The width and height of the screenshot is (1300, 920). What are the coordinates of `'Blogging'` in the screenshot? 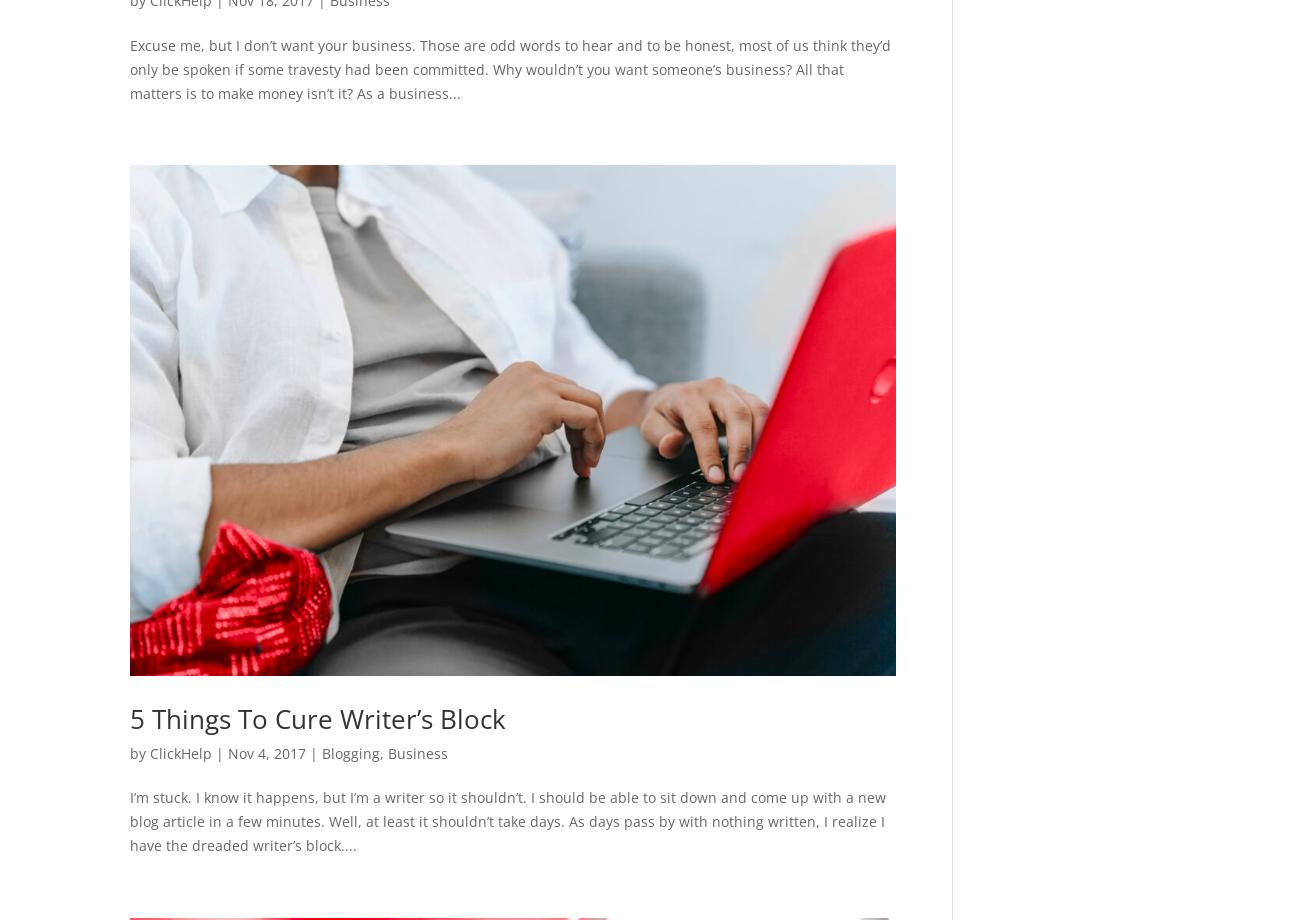 It's located at (350, 752).